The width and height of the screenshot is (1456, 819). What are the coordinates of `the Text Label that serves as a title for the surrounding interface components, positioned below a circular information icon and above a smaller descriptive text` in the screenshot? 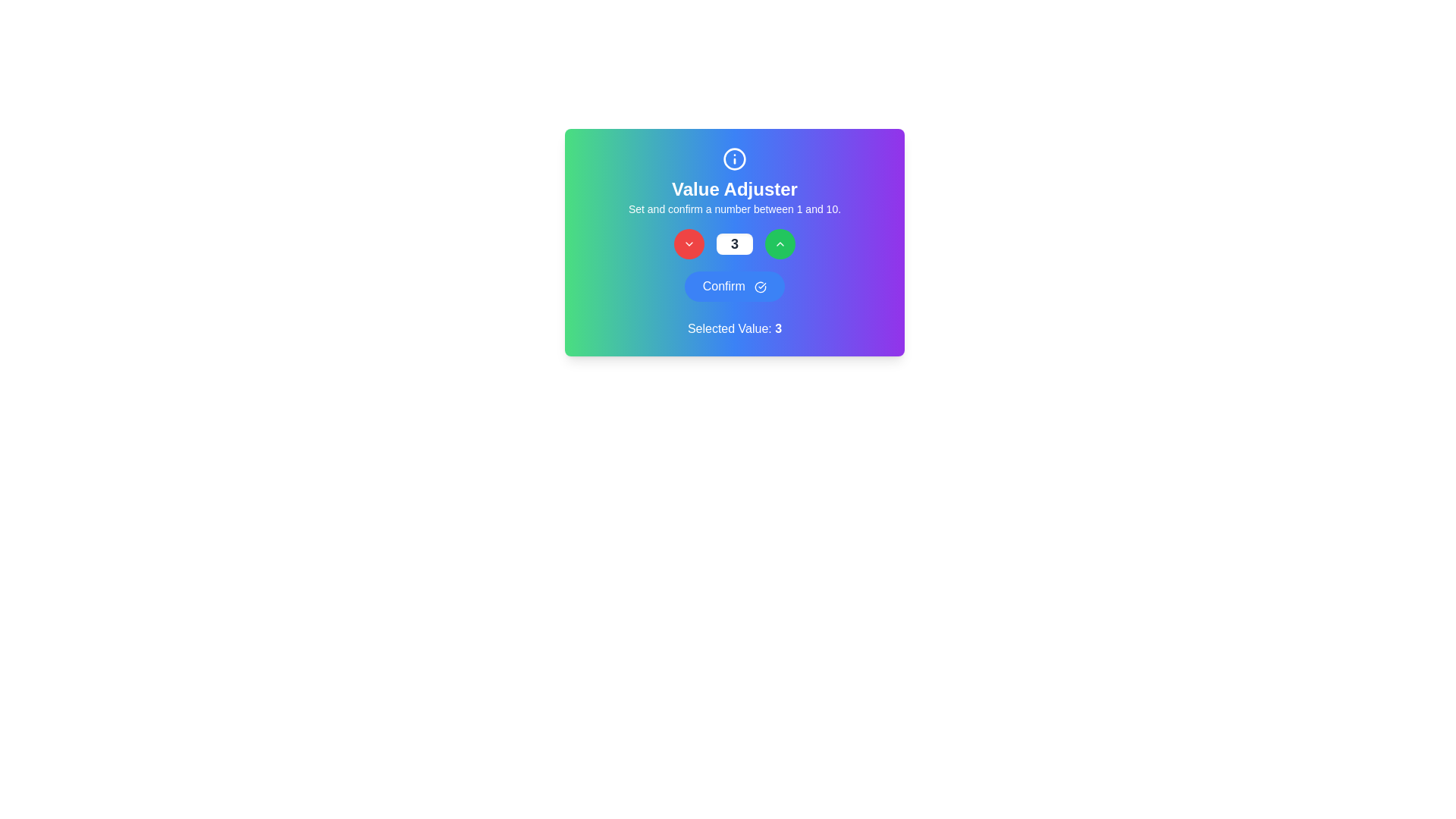 It's located at (735, 189).